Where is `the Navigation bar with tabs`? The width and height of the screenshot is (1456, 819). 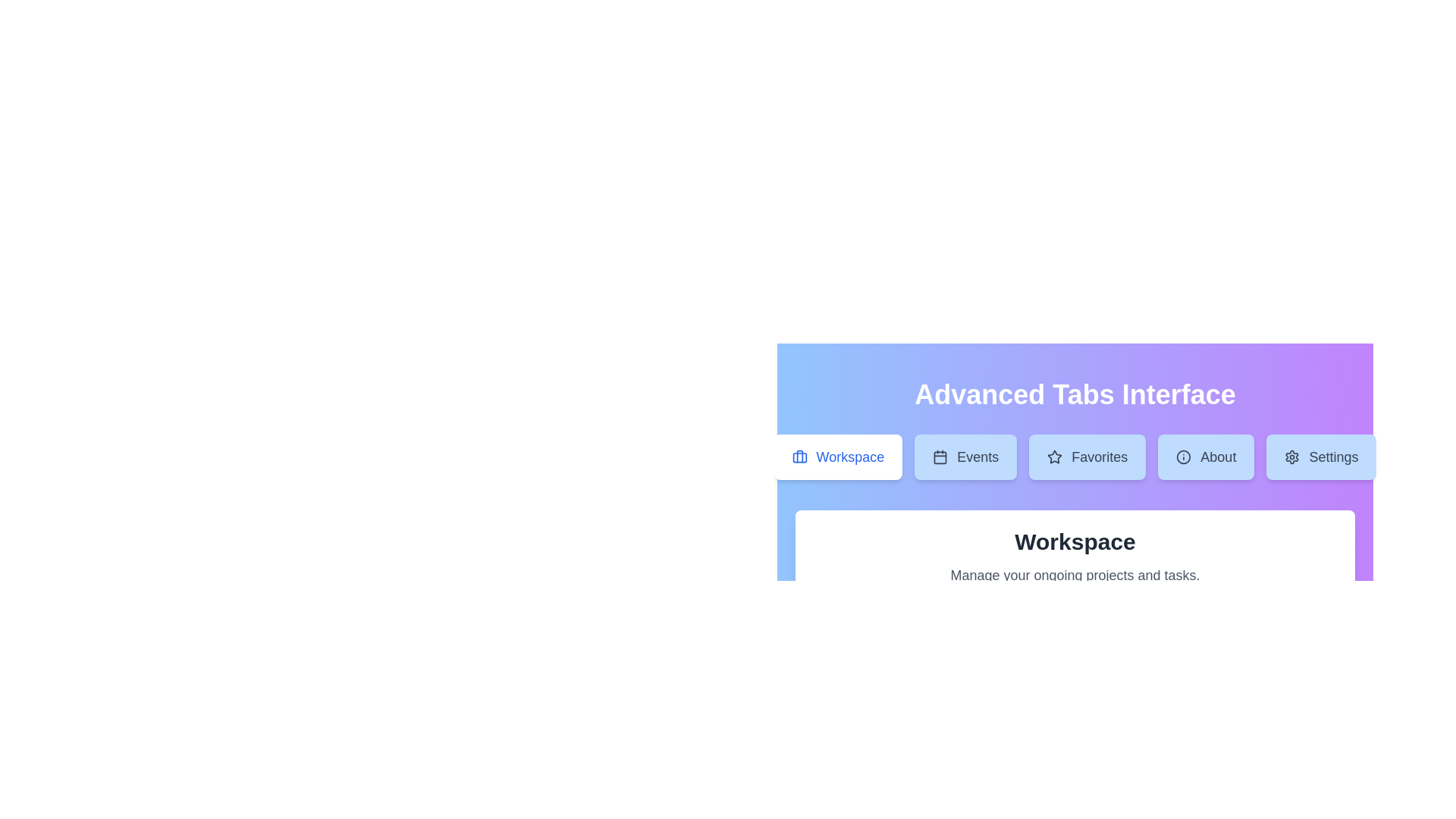
the Navigation bar with tabs is located at coordinates (1074, 452).